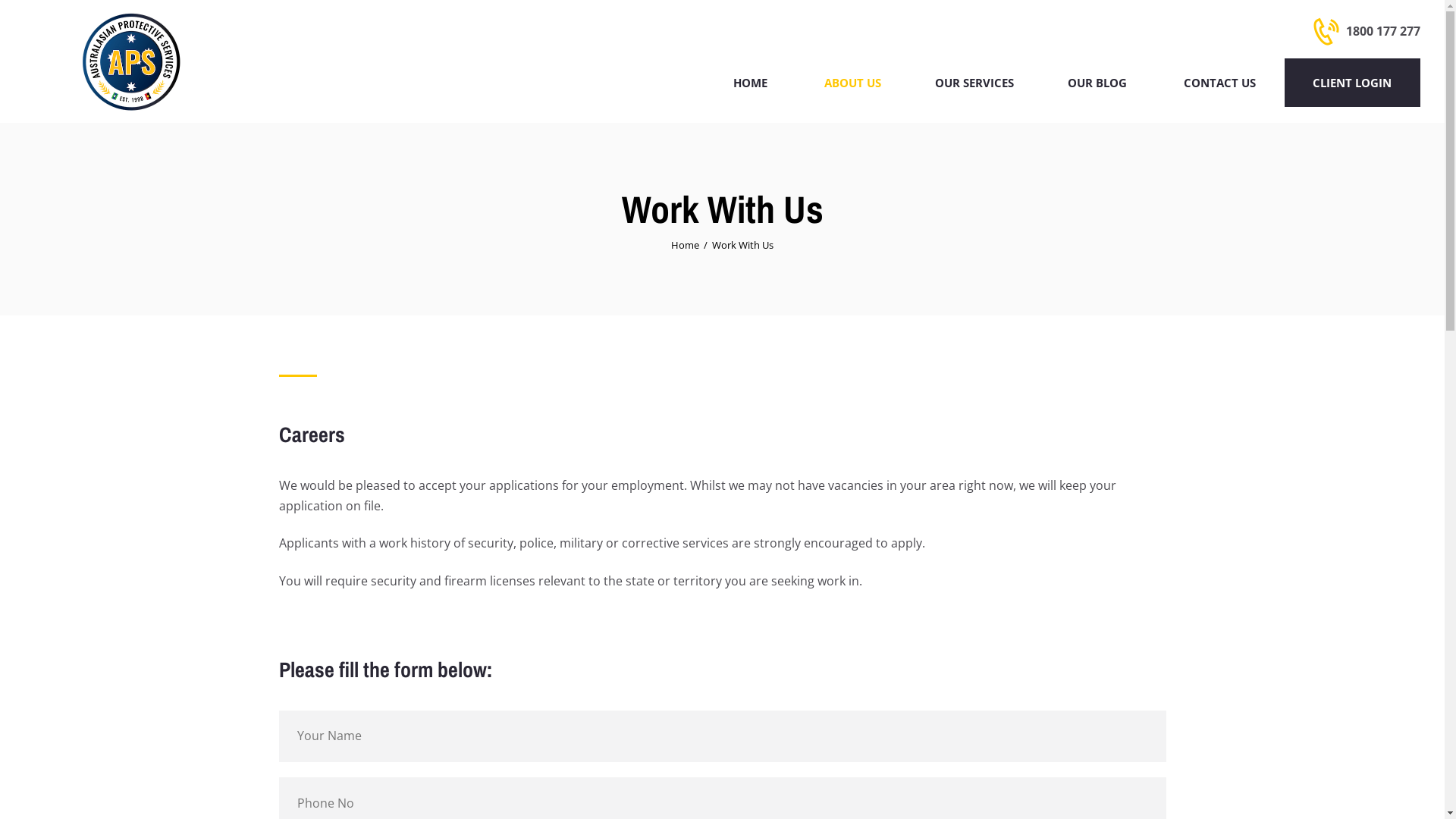 This screenshot has height=819, width=1456. I want to click on '1800 177 277', so click(1366, 31).